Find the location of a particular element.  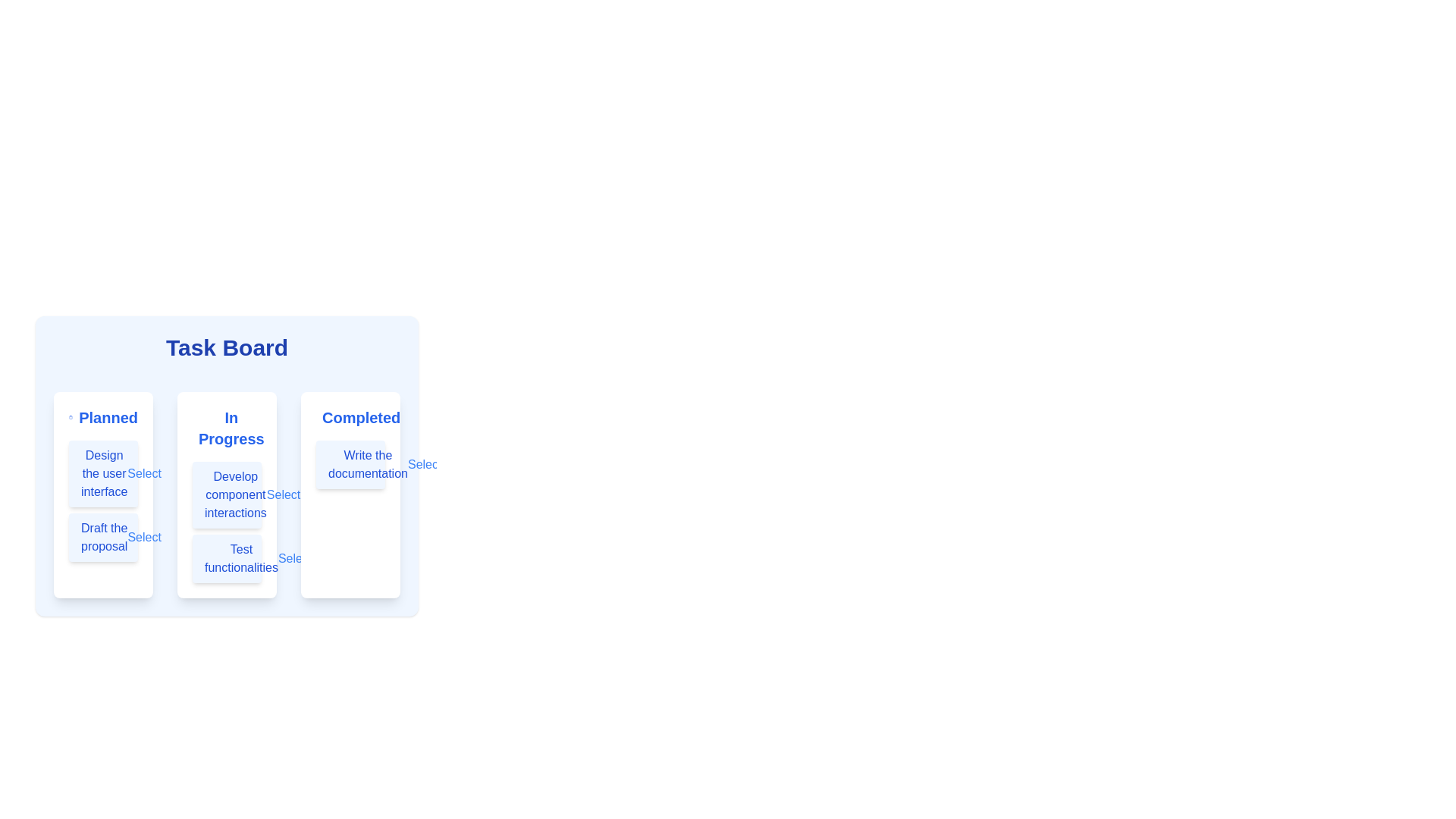

the text label 'Planned', which is styled in bold, extra-large blue font at the top of the leftmost task card in the task board layout is located at coordinates (102, 418).